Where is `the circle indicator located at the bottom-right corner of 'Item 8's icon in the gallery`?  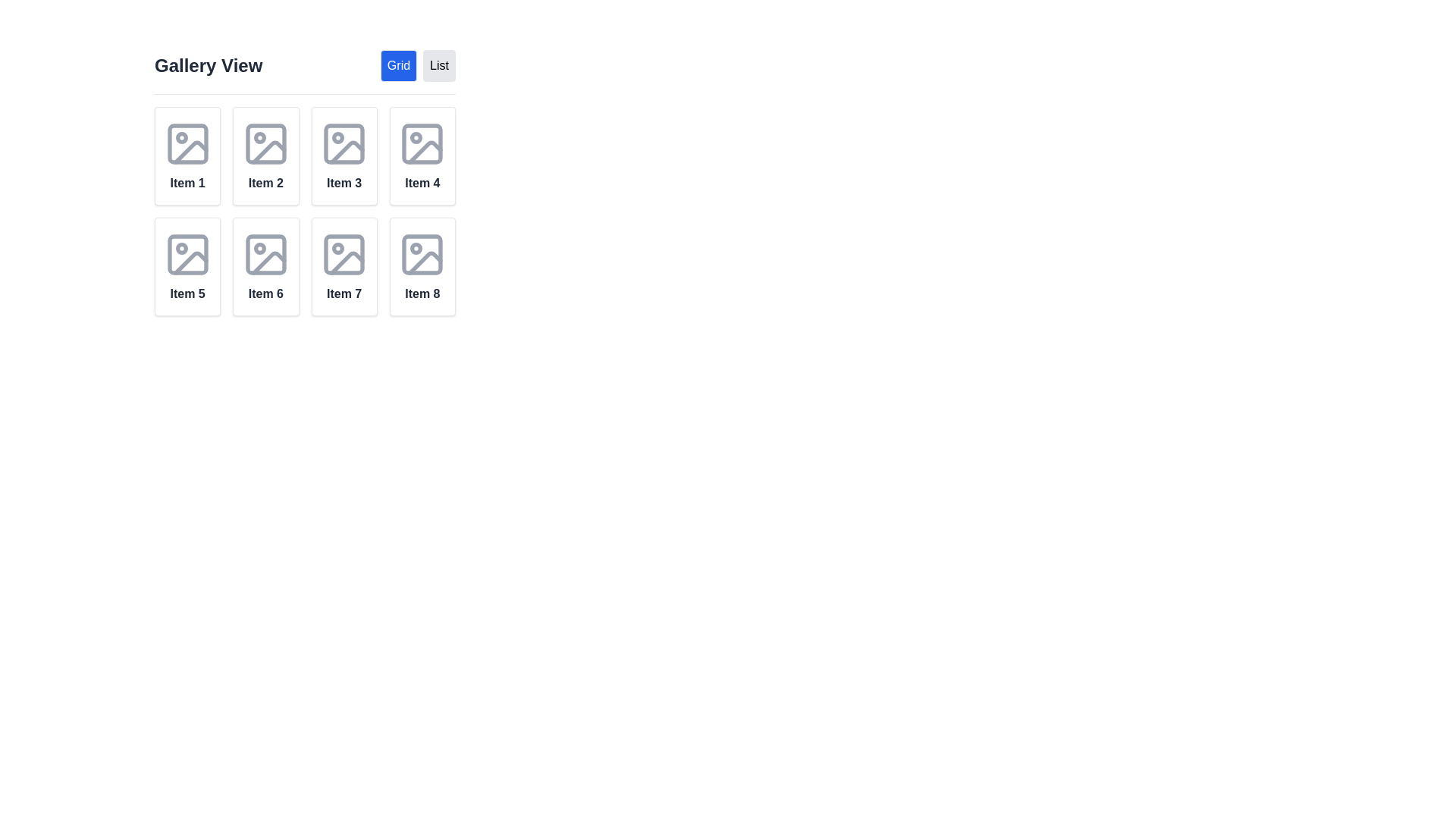 the circle indicator located at the bottom-right corner of 'Item 8's icon in the gallery is located at coordinates (416, 247).